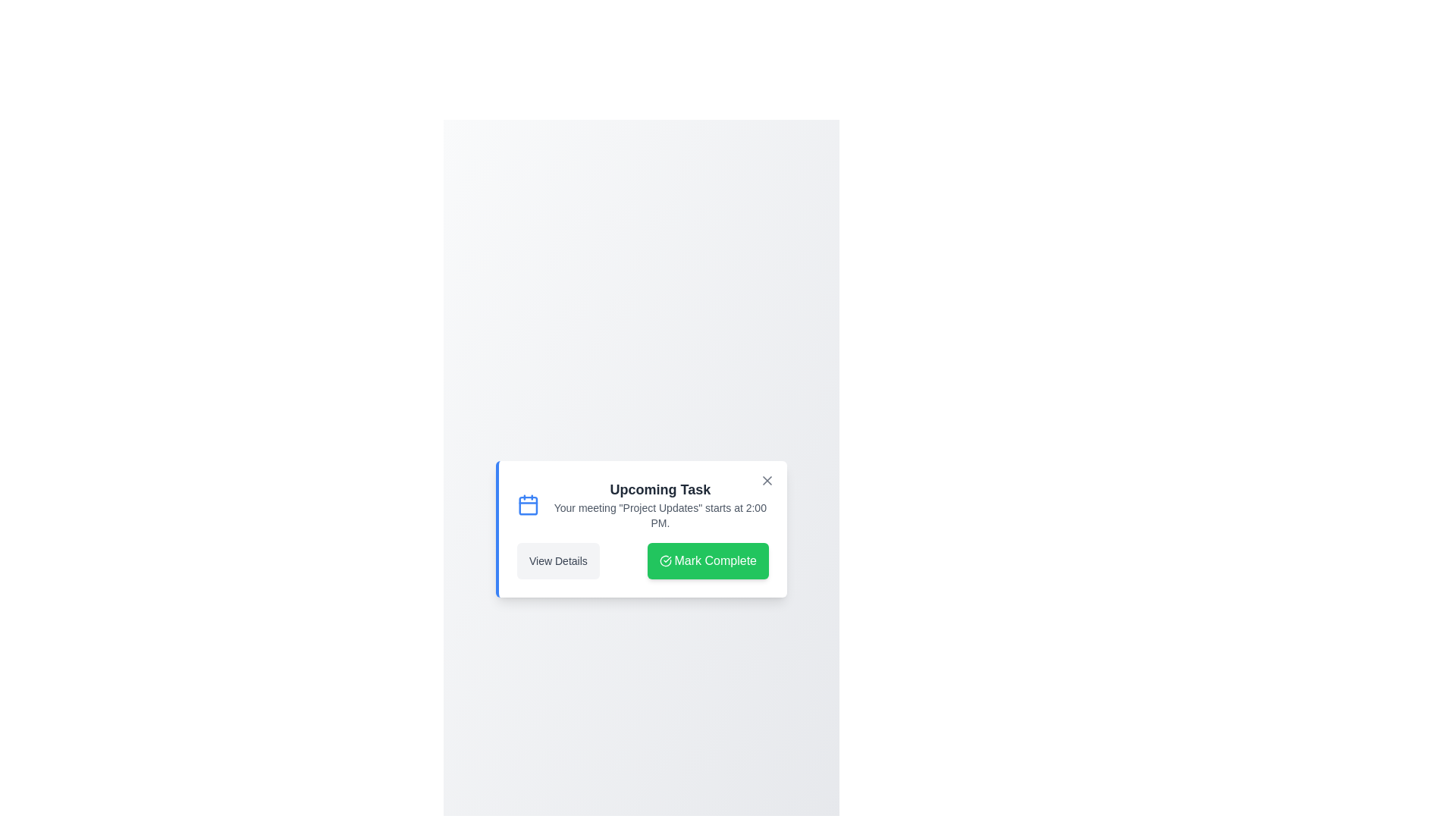  Describe the element at coordinates (557, 561) in the screenshot. I see `the 'View Details' button to view the task details` at that location.